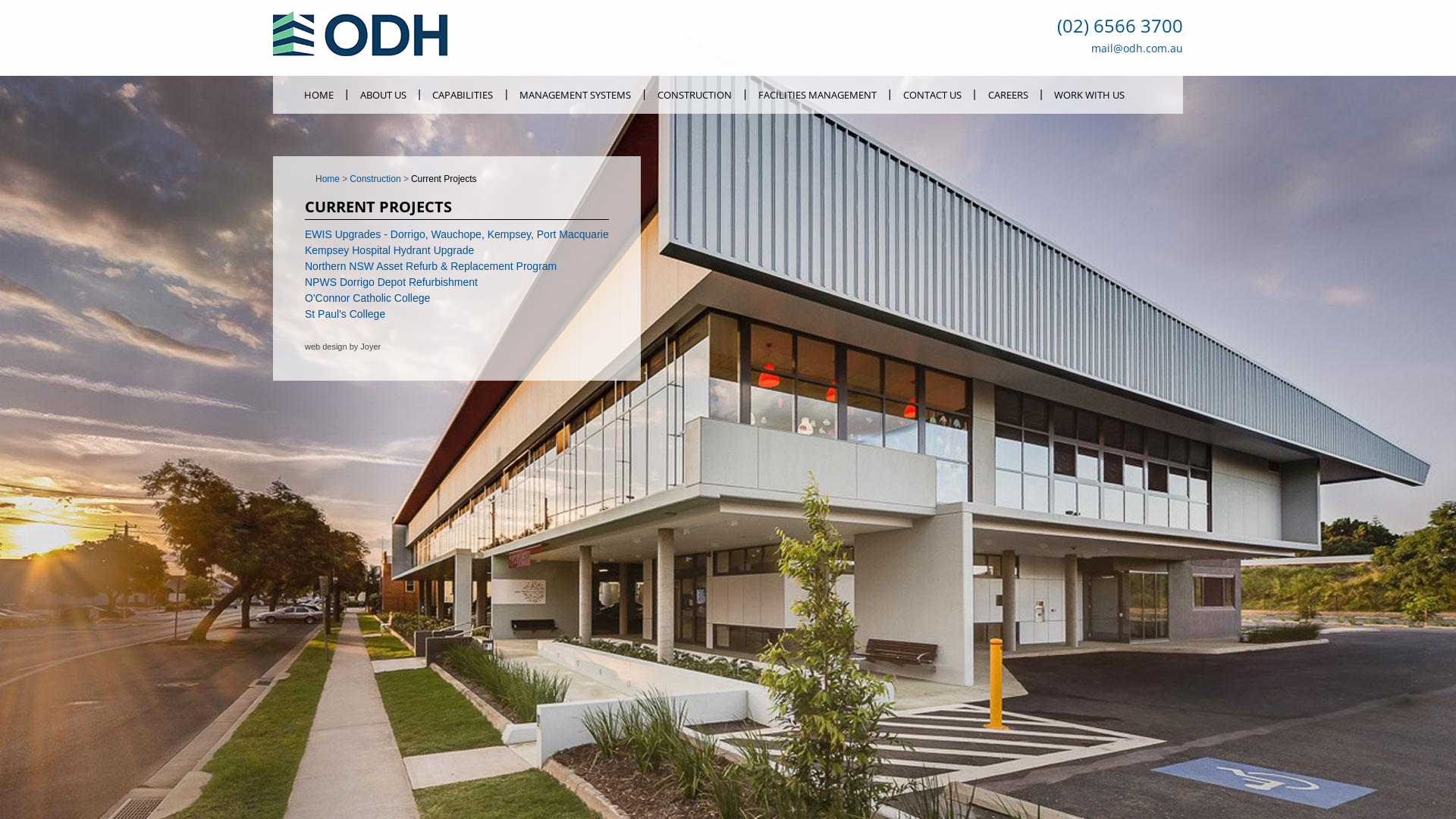 This screenshot has height=819, width=1456. What do you see at coordinates (380, 177) in the screenshot?
I see `'Construction'` at bounding box center [380, 177].